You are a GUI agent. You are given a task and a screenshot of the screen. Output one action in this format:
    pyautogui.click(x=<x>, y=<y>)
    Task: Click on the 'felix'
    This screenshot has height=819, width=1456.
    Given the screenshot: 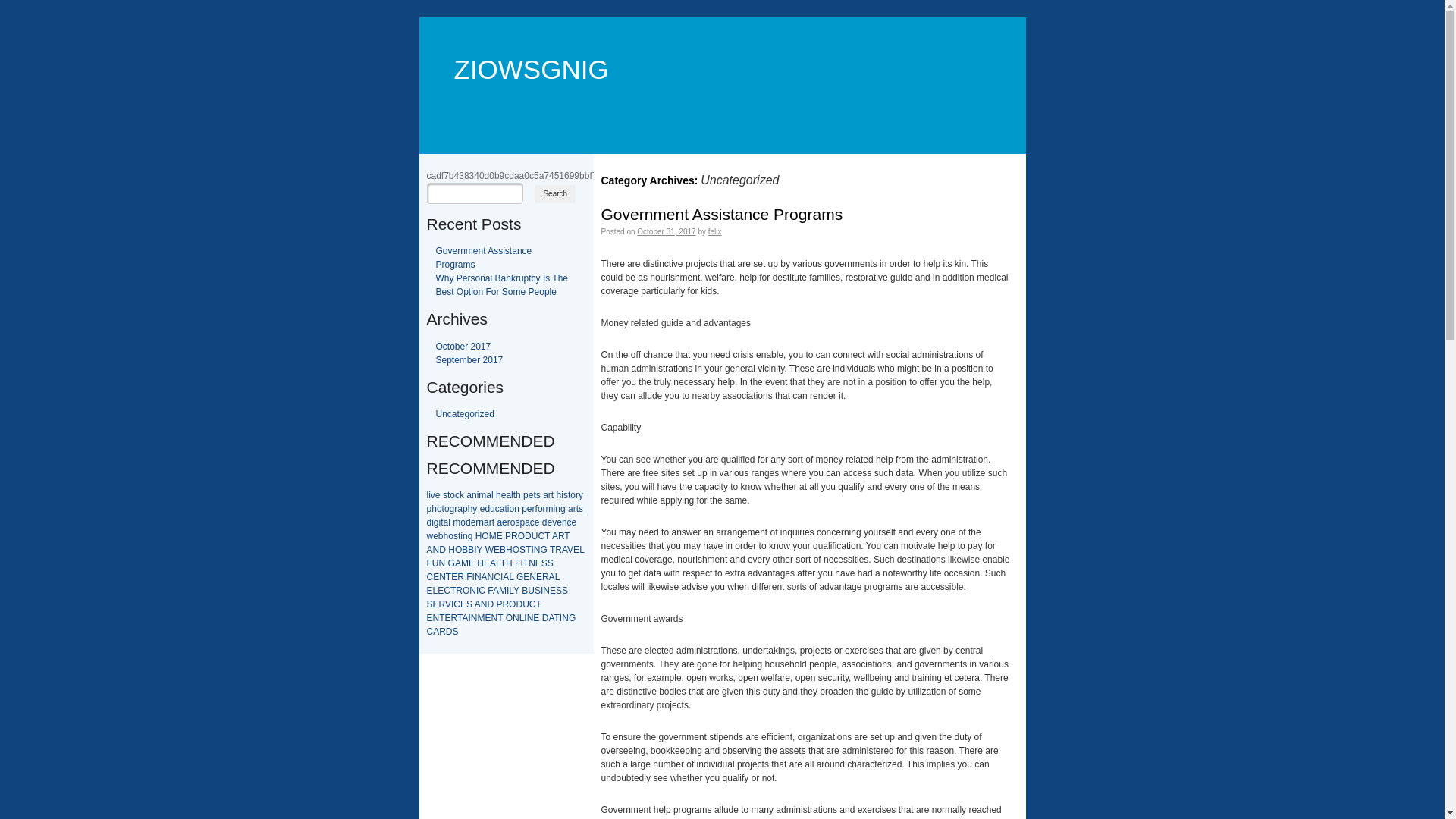 What is the action you would take?
    pyautogui.click(x=714, y=231)
    